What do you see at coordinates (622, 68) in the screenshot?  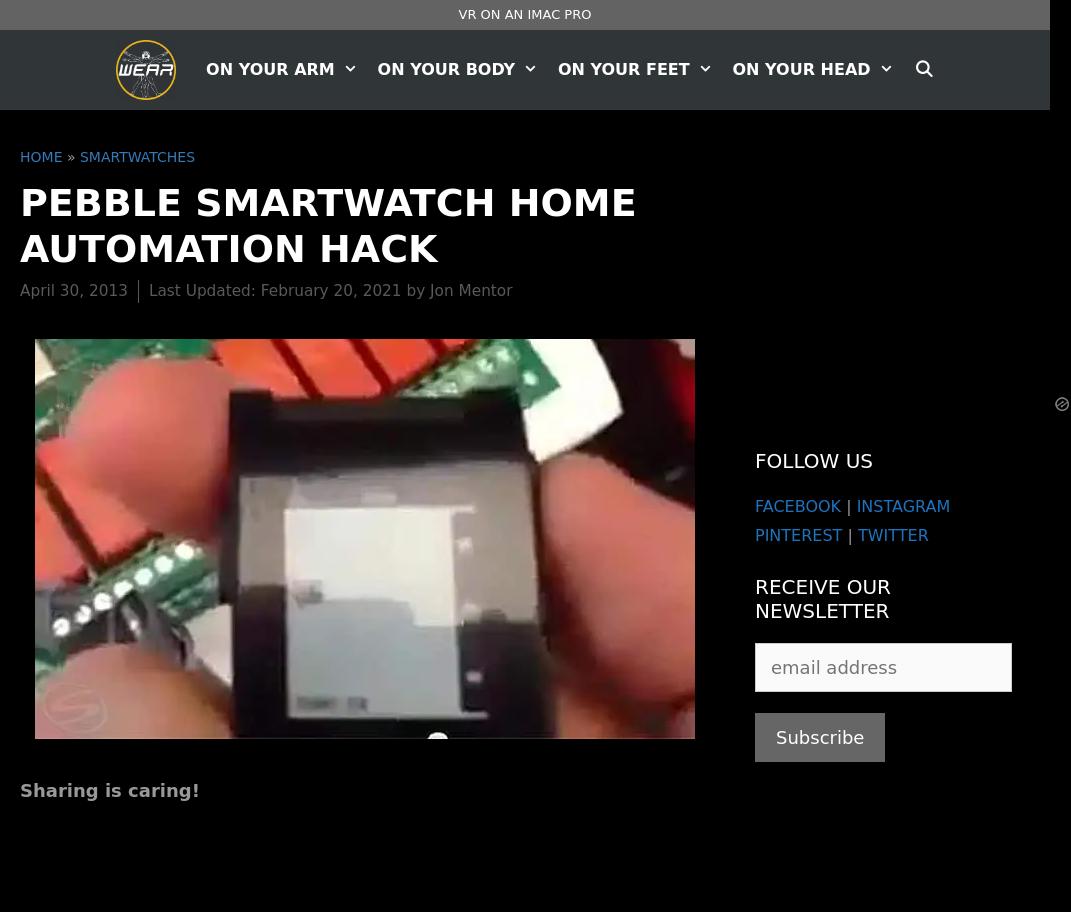 I see `'On Your Feet'` at bounding box center [622, 68].